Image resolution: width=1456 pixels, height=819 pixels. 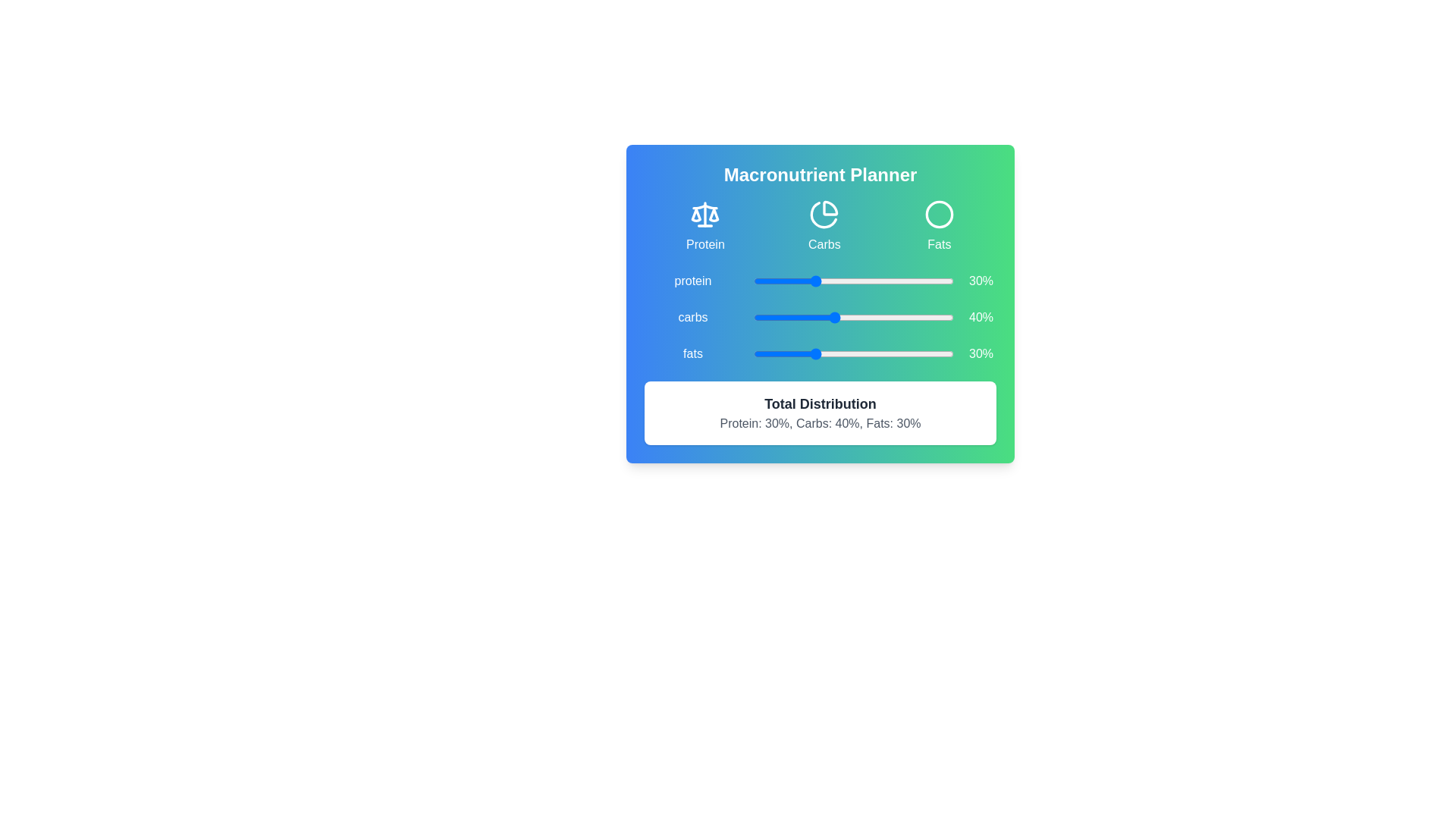 I want to click on the fats percentage, so click(x=905, y=353).